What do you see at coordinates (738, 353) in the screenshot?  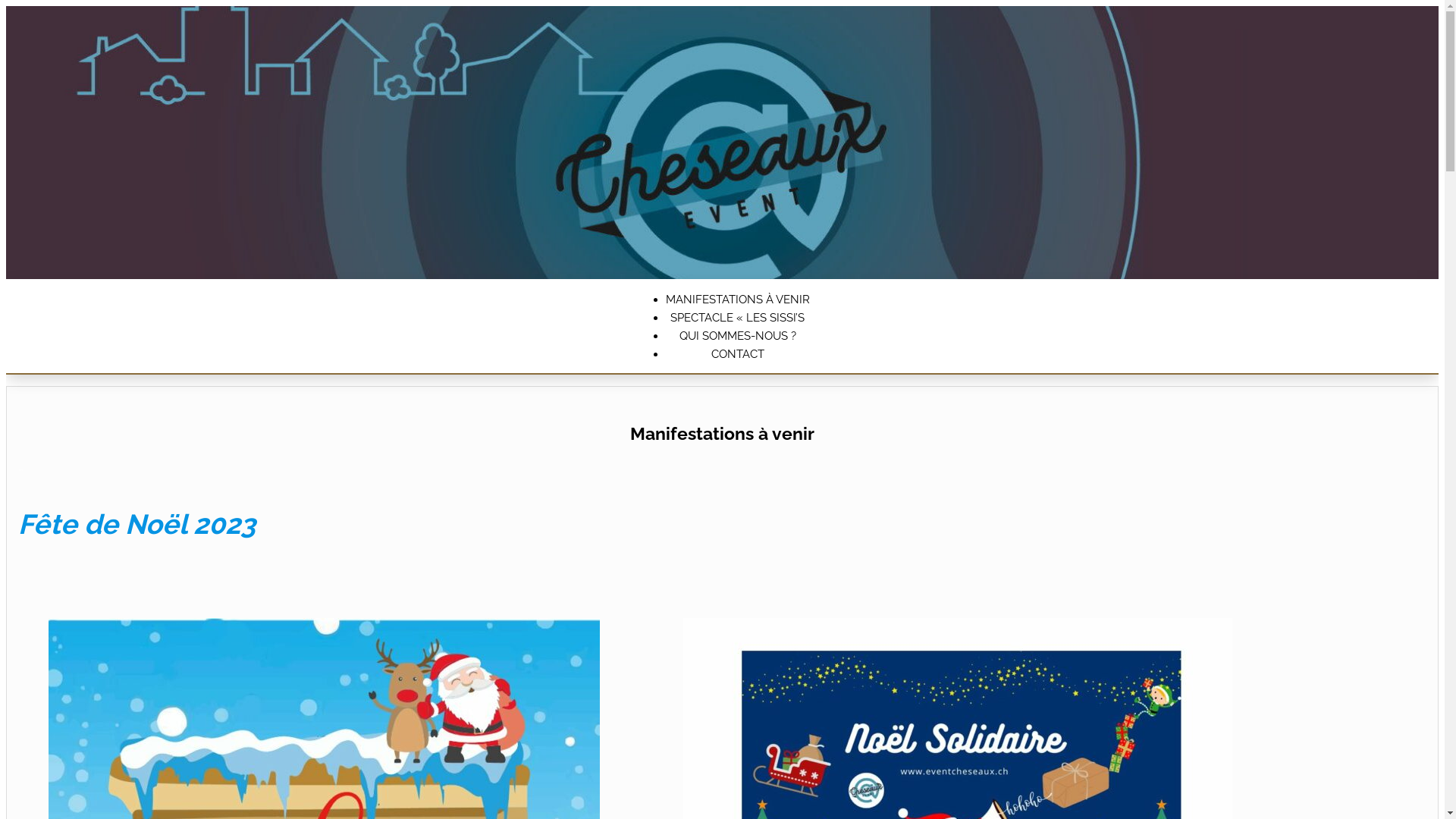 I see `'CONTACT'` at bounding box center [738, 353].